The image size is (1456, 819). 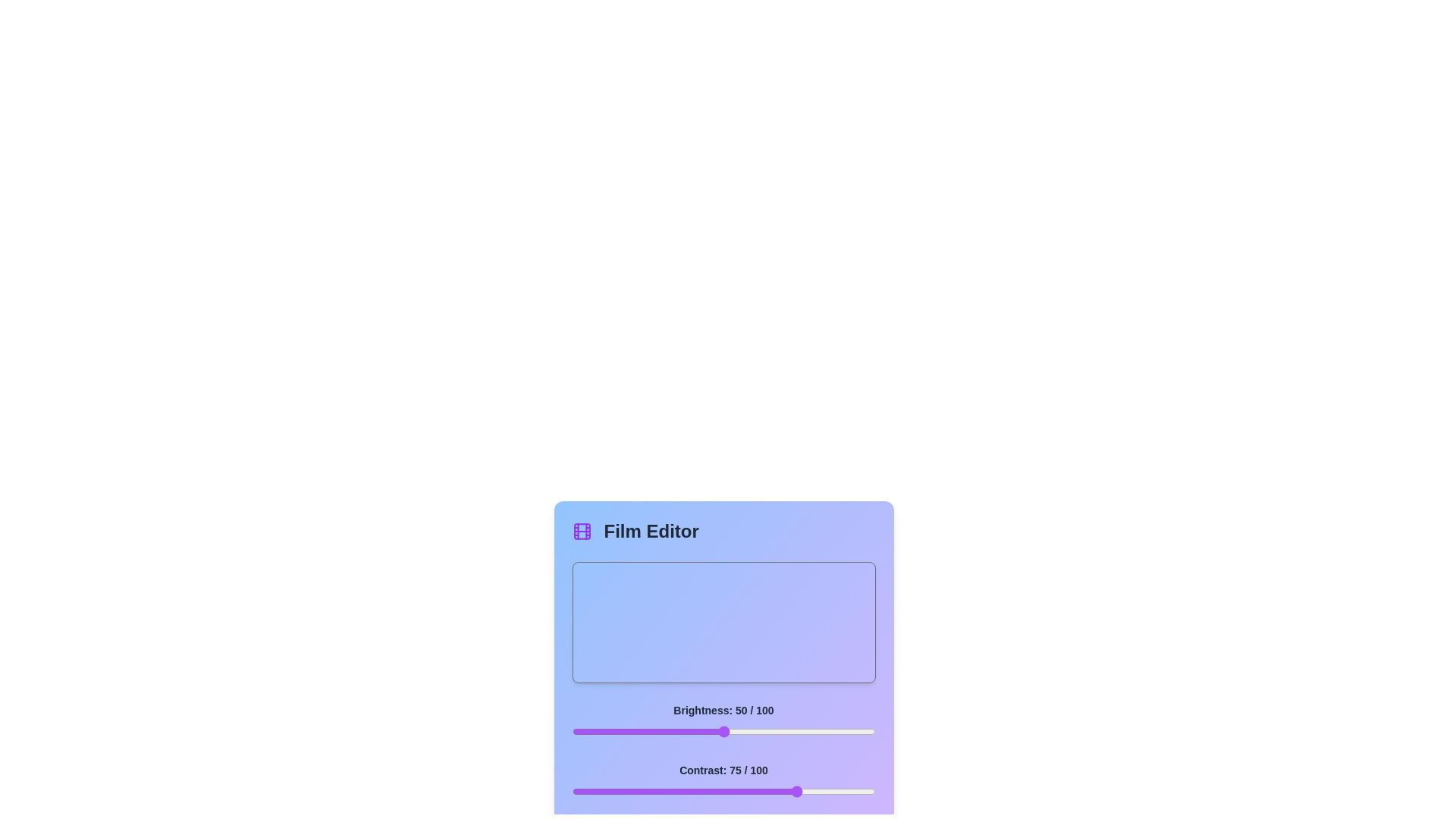 What do you see at coordinates (860, 791) in the screenshot?
I see `the contrast slider to 95%` at bounding box center [860, 791].